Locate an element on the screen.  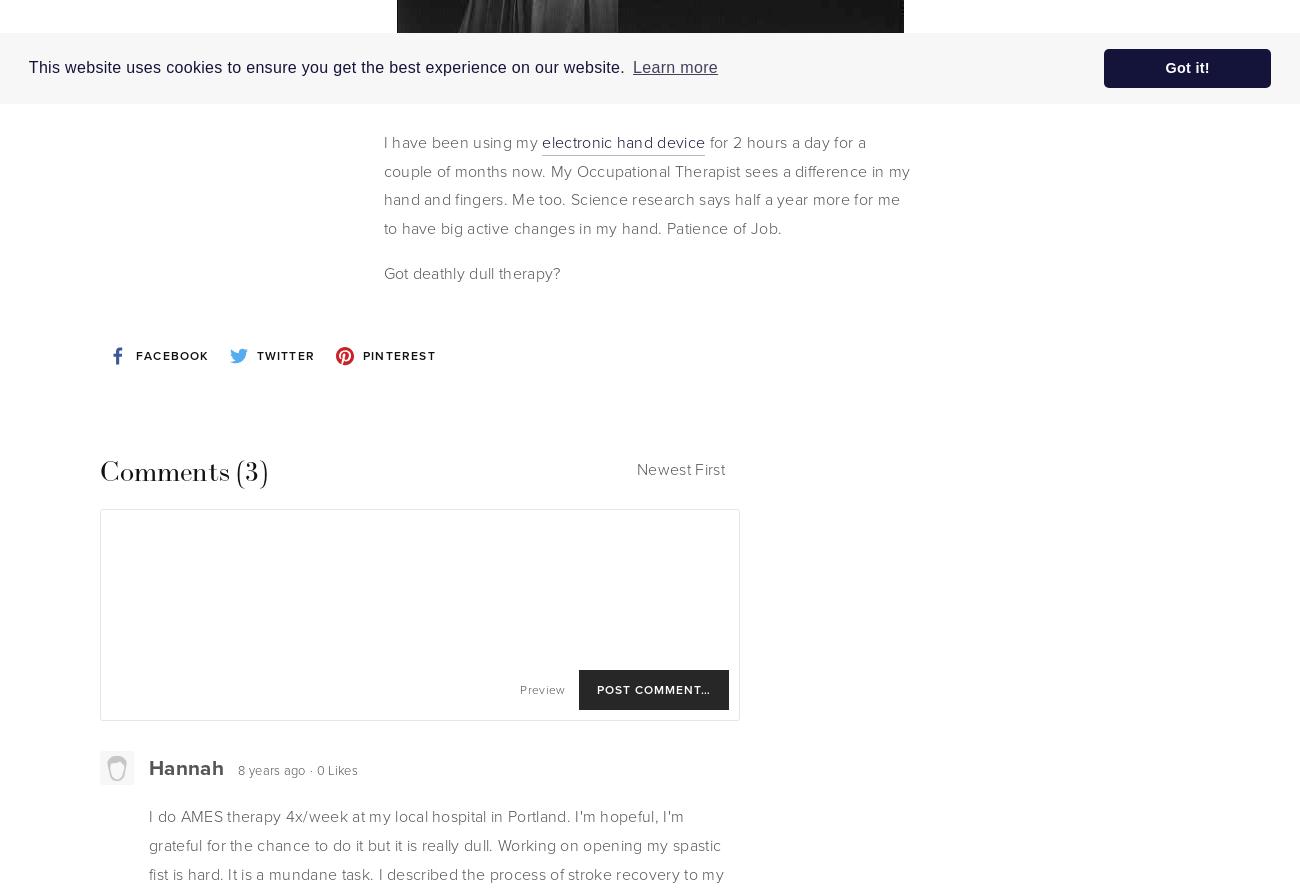
'Twitter' is located at coordinates (285, 354).